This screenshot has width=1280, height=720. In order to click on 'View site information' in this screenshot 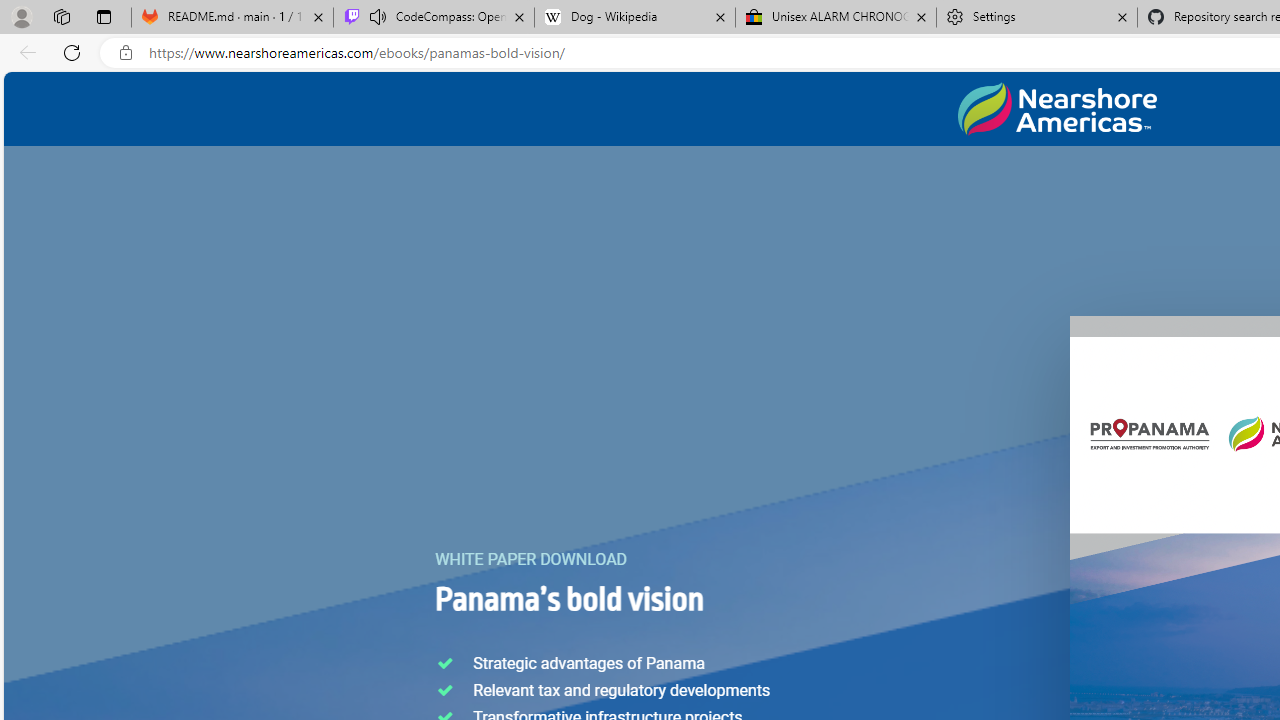, I will do `click(125, 52)`.